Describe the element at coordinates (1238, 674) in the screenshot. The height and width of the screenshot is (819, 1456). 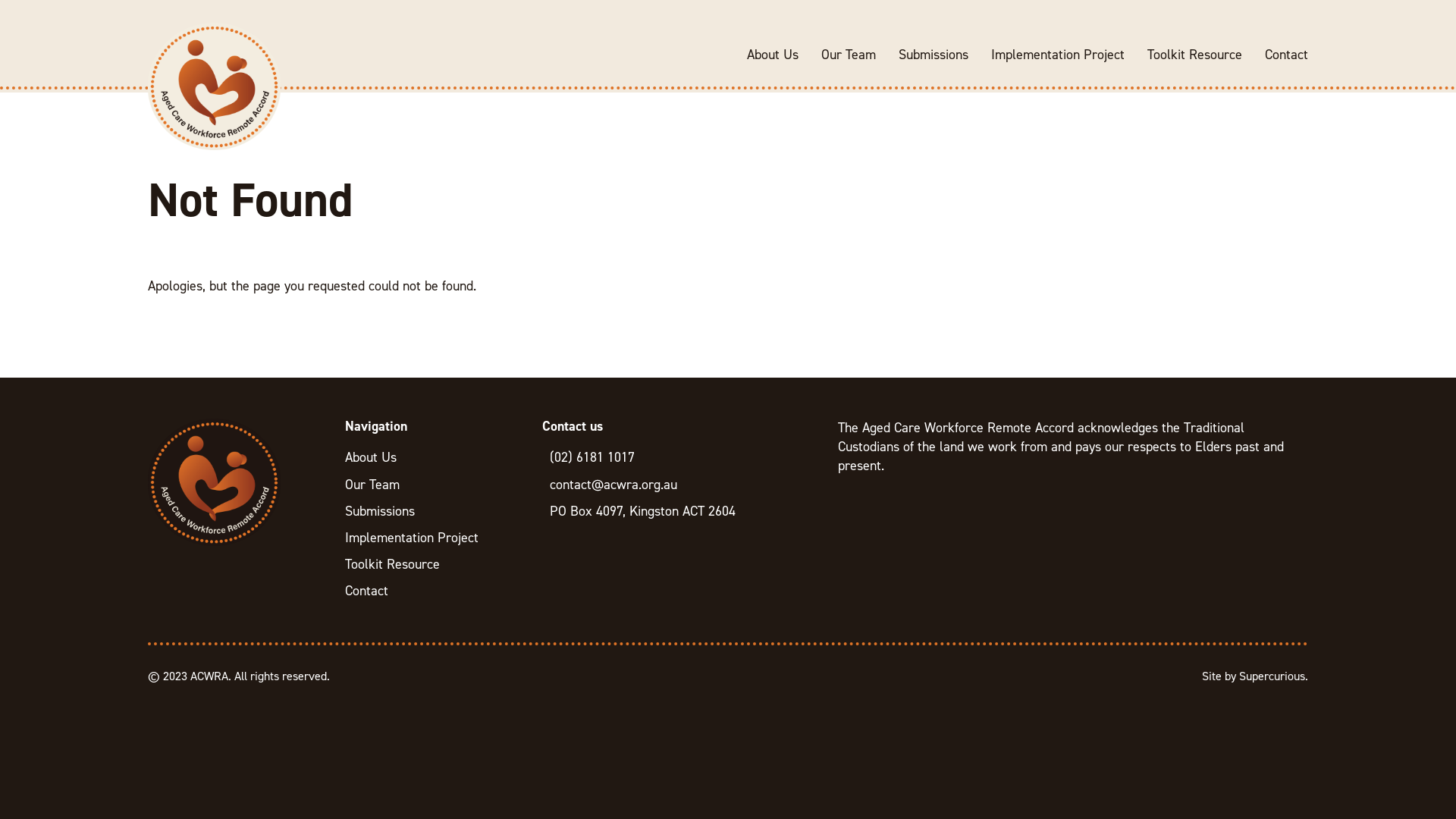
I see `'Supercurious'` at that location.